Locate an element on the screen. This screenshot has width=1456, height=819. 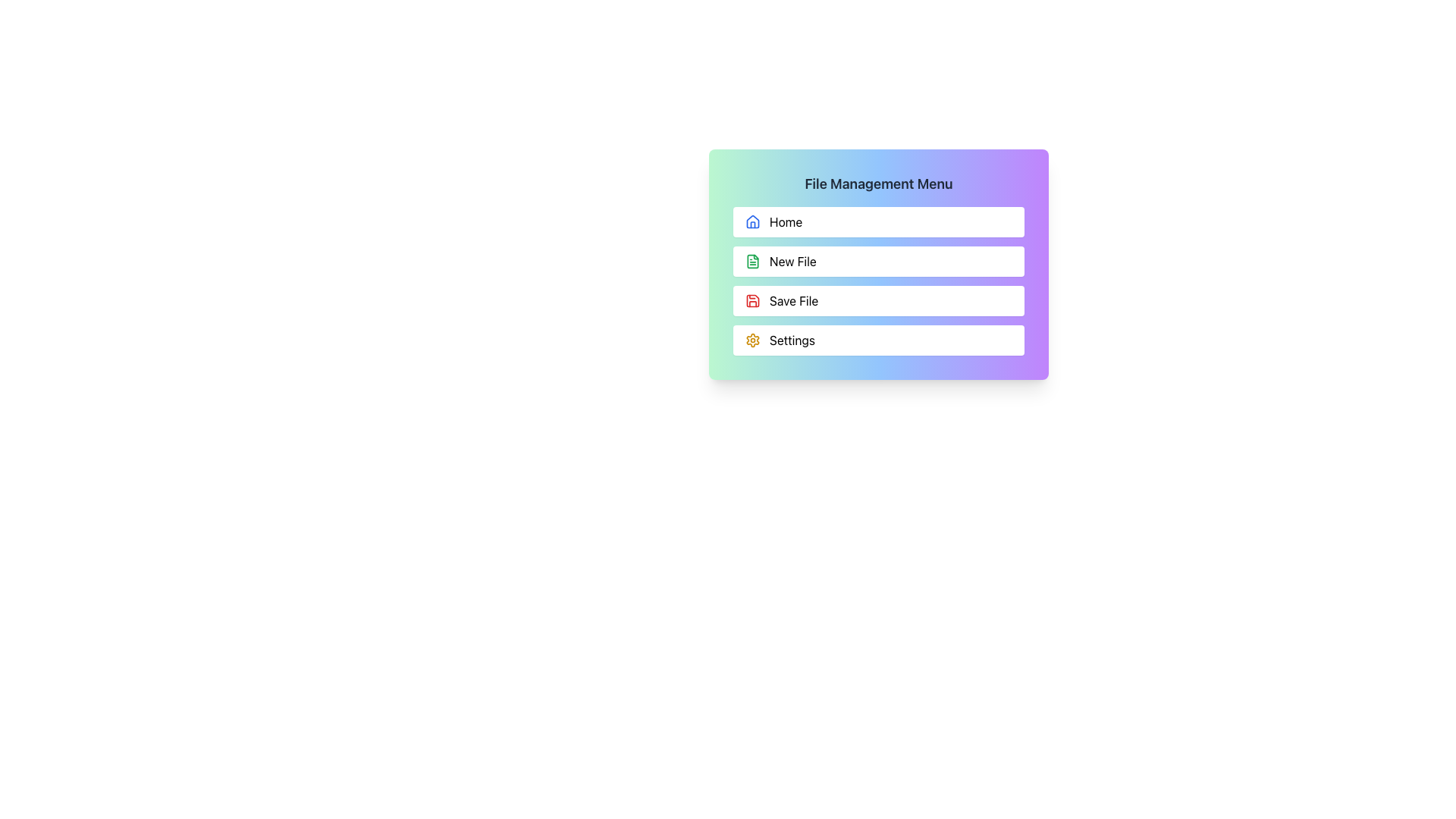
the leftmost icon of the 'Settings' button, which is the fourth entry in the 'File Management Menu' is located at coordinates (753, 339).